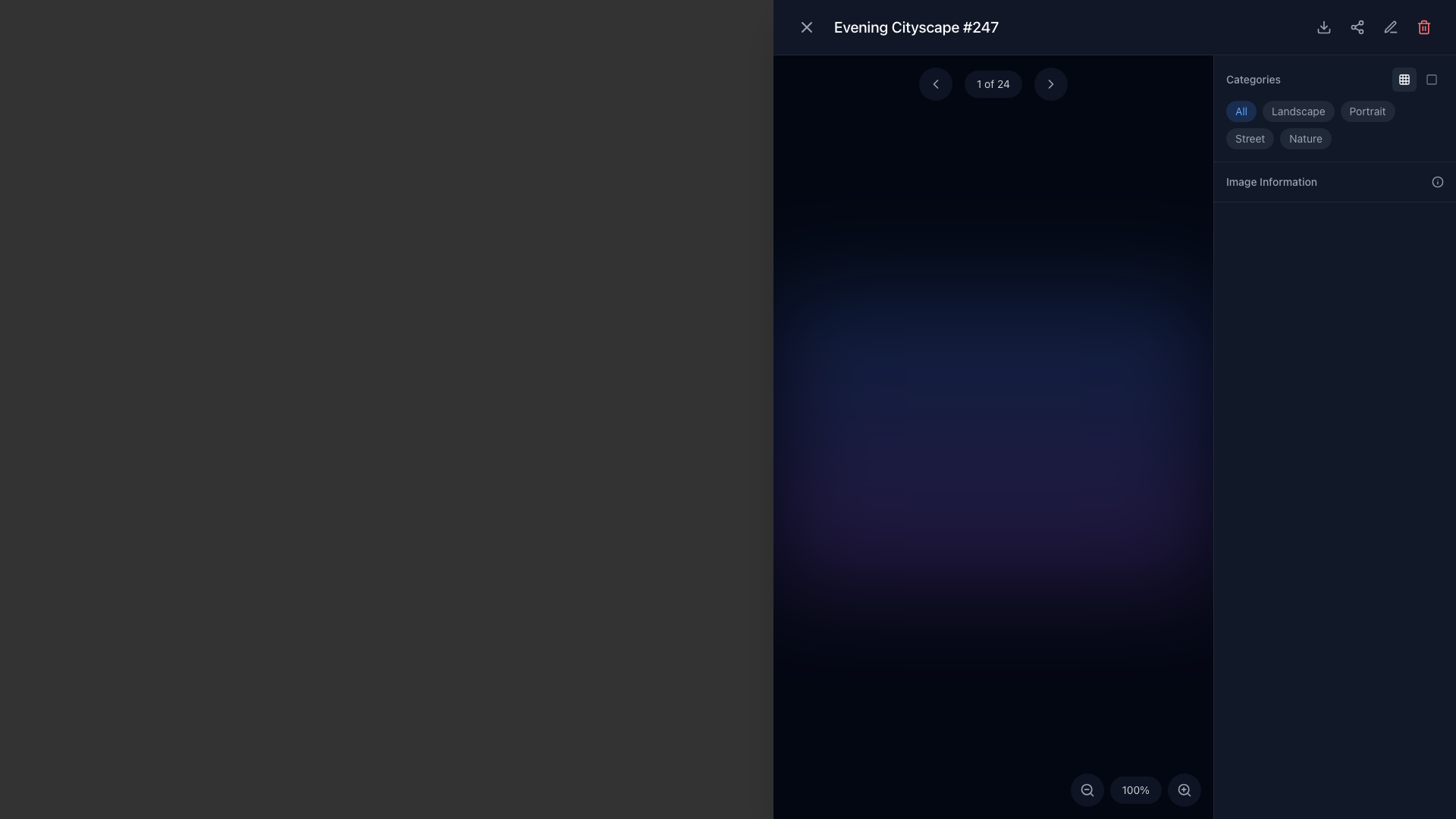 This screenshot has width=1456, height=819. What do you see at coordinates (1183, 789) in the screenshot?
I see `the zoom in button located in the bottom-right corner of the interface, which is the last among similar rounded buttons adjacent to a percentage display` at bounding box center [1183, 789].